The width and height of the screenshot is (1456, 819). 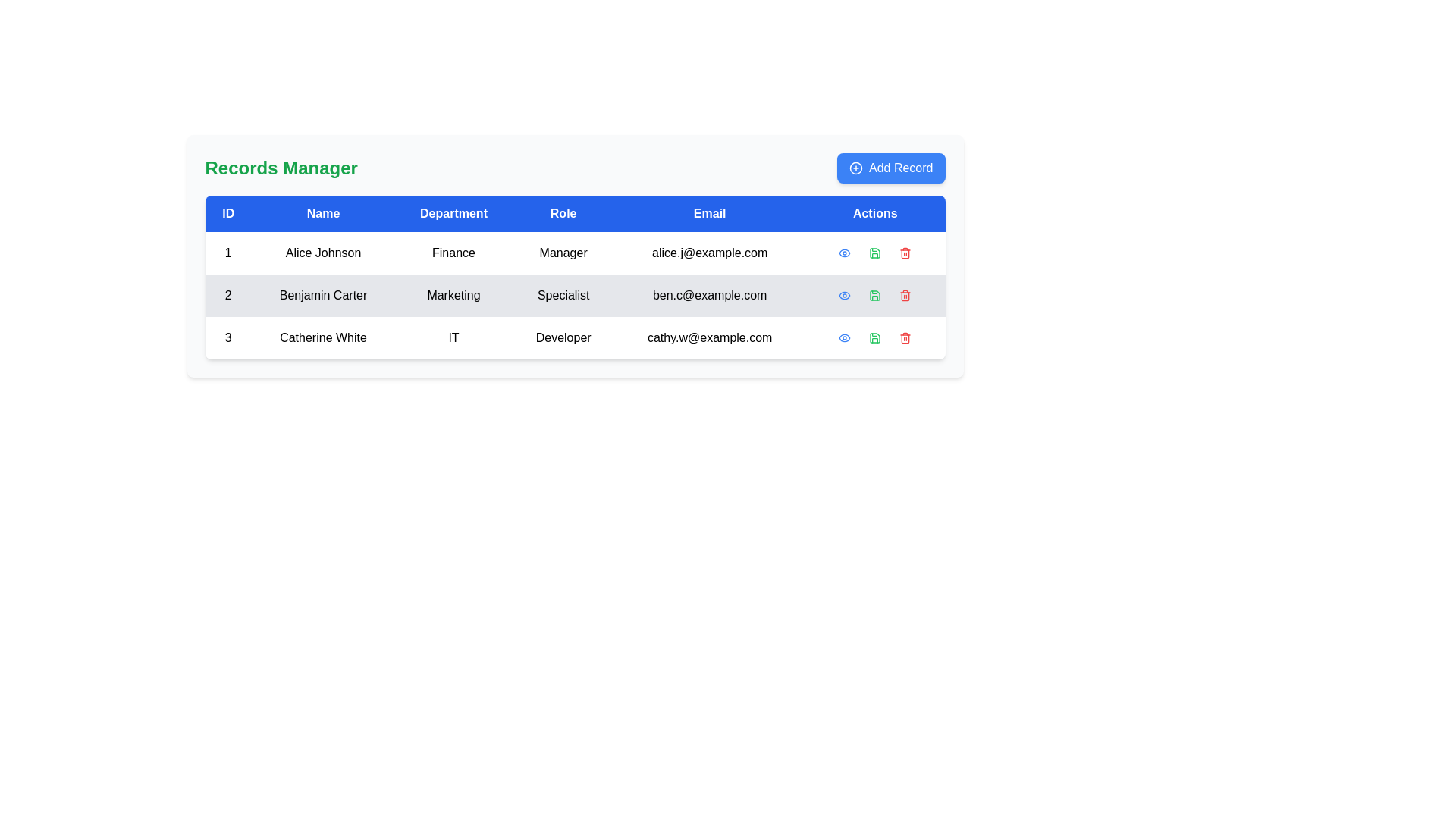 I want to click on the 'Name' column header cell in the table, which is the second column header located between the 'ID' and 'Department' headers, so click(x=322, y=213).